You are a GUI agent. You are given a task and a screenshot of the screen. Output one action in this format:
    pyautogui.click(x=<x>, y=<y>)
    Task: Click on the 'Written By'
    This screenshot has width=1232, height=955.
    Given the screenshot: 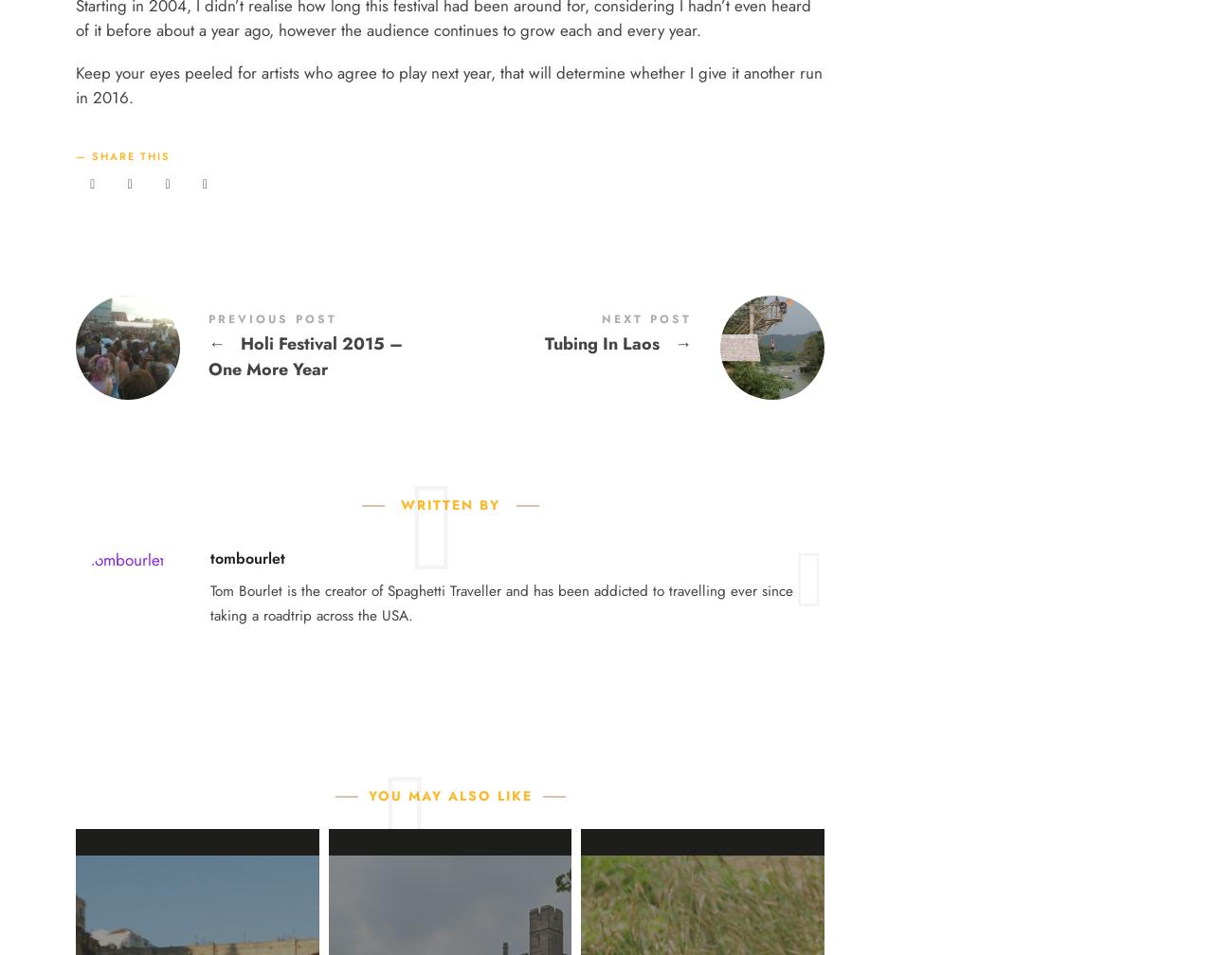 What is the action you would take?
    pyautogui.click(x=448, y=505)
    